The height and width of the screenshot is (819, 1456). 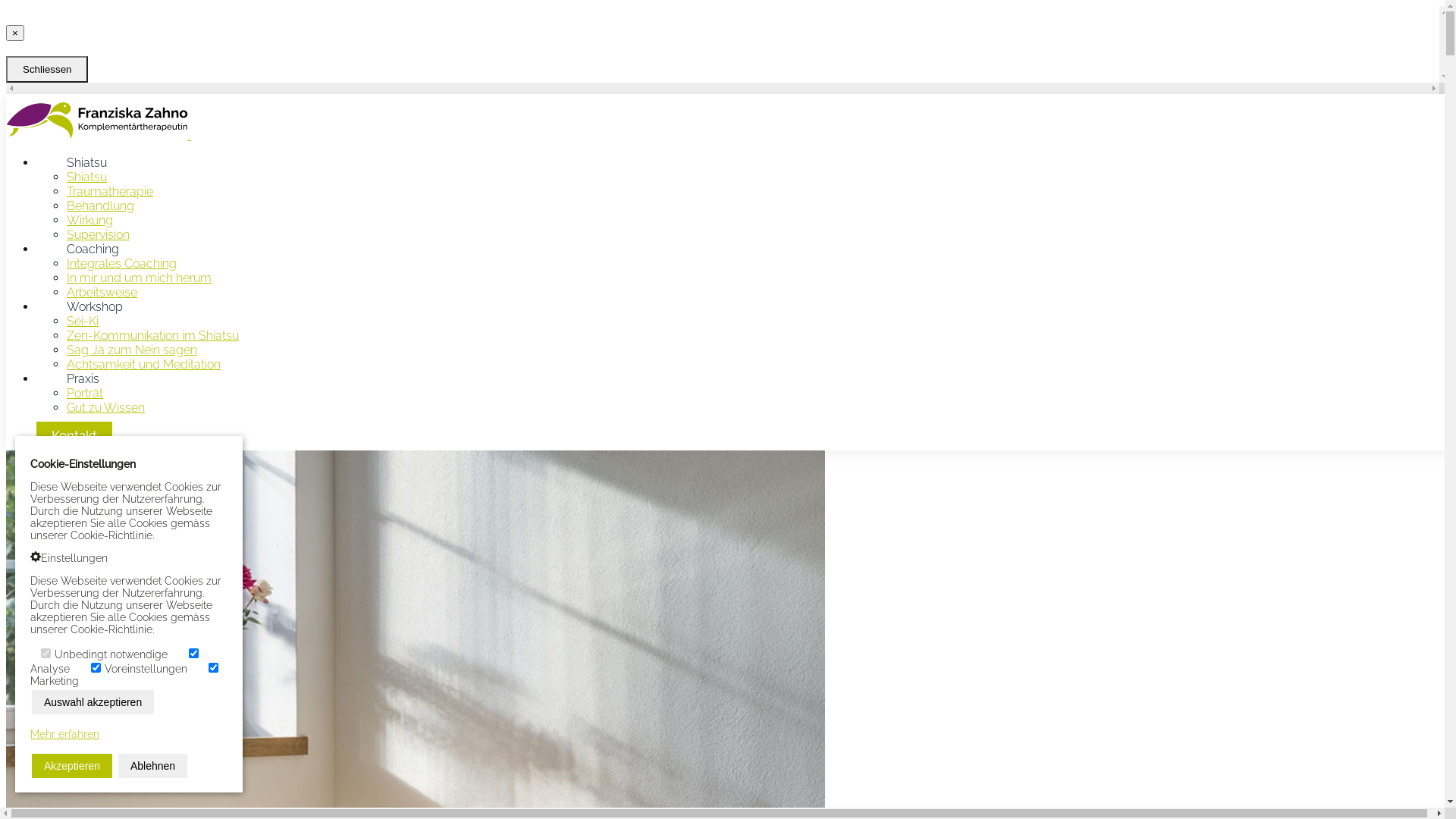 I want to click on 'Auswahl akzeptieren', so click(x=32, y=701).